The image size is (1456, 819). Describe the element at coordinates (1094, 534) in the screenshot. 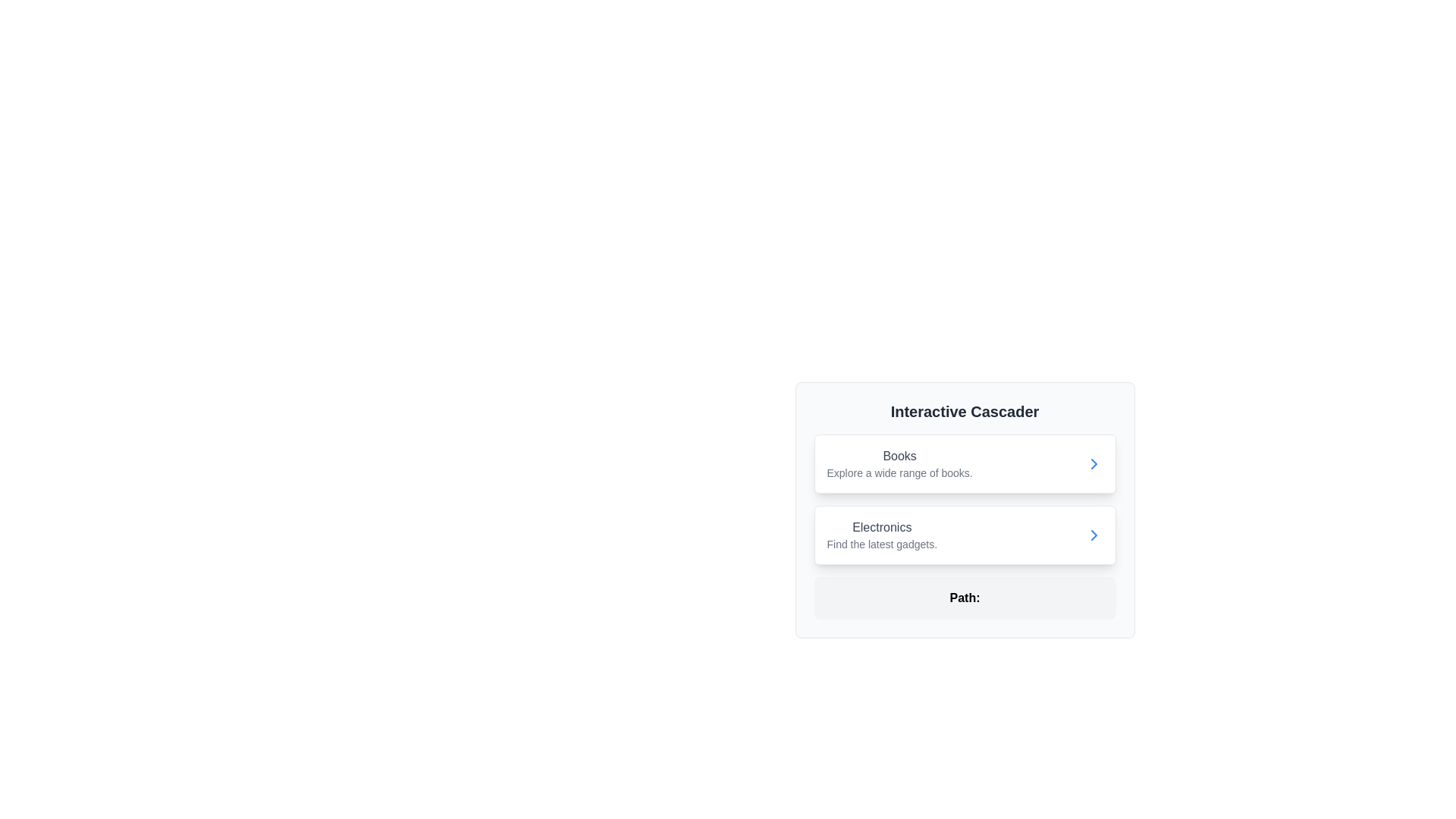

I see `the submenu indicator icon located on the right side of the 'Electronics' item in the cascader interface` at that location.